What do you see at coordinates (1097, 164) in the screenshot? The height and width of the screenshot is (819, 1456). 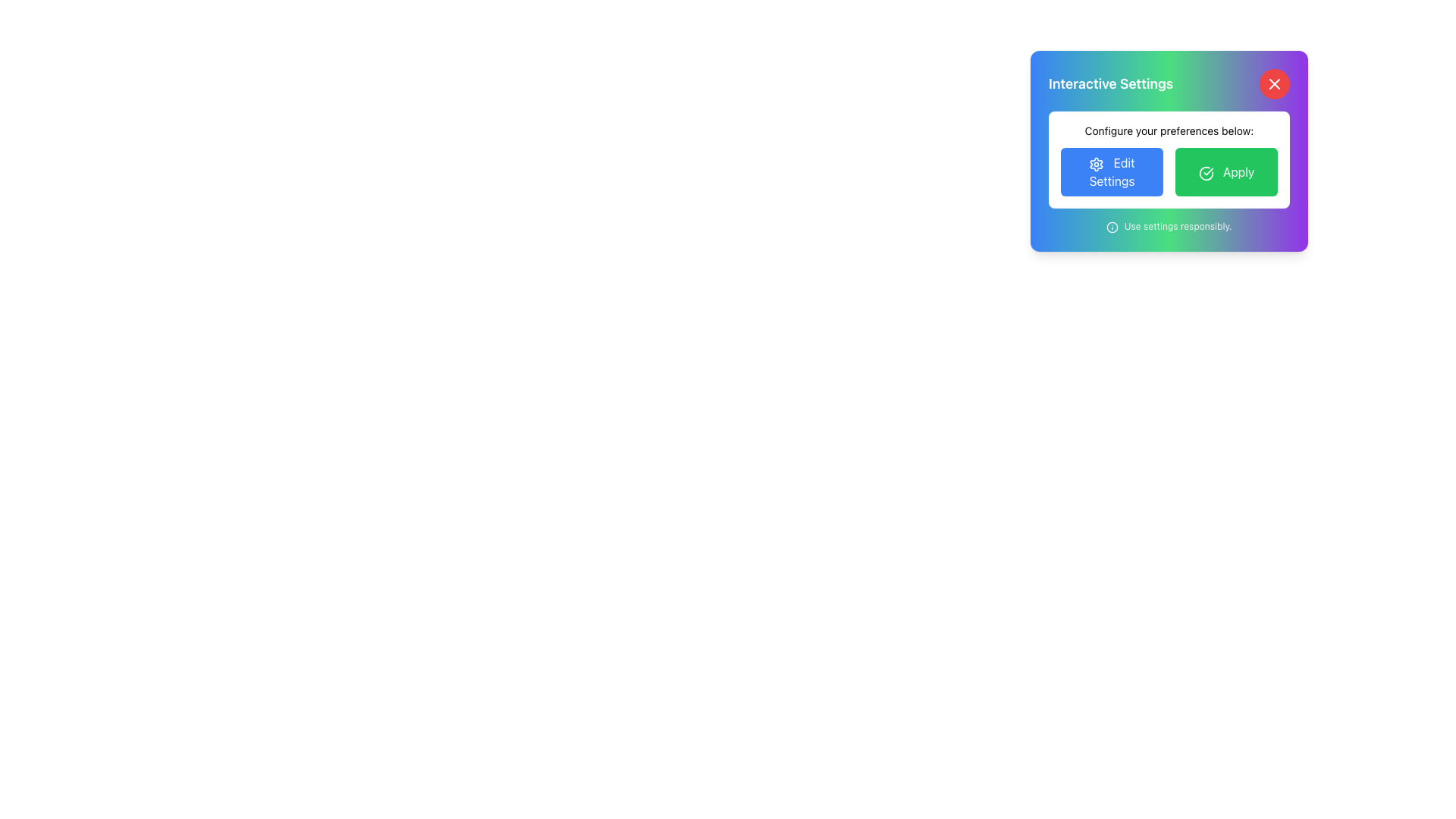 I see `the outer gear shape of the settings icon located in the top-right part of the interface, near the 'Interactive Settings' panel header` at bounding box center [1097, 164].